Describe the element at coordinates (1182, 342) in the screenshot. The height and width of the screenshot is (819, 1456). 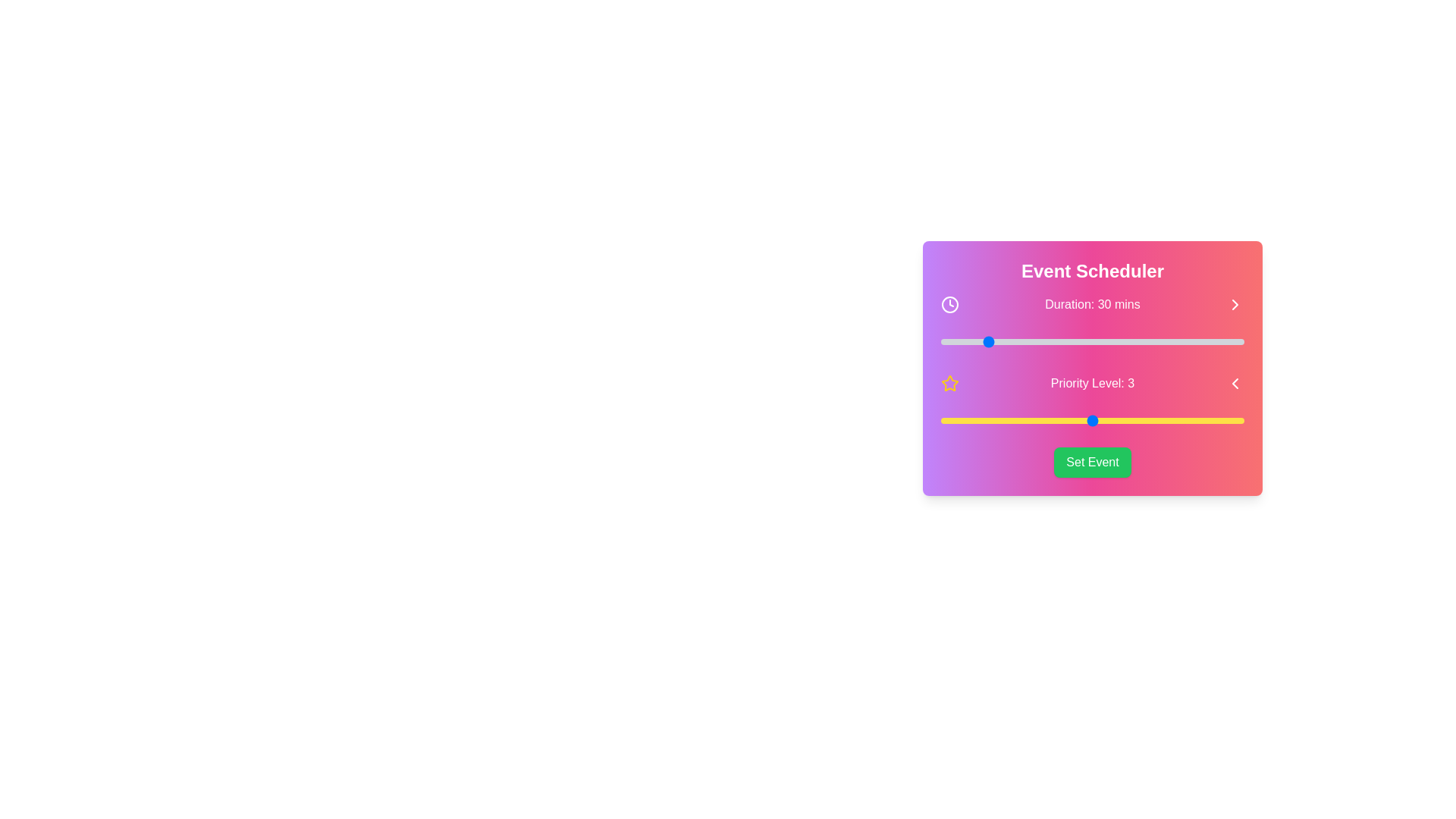
I see `the slider` at that location.